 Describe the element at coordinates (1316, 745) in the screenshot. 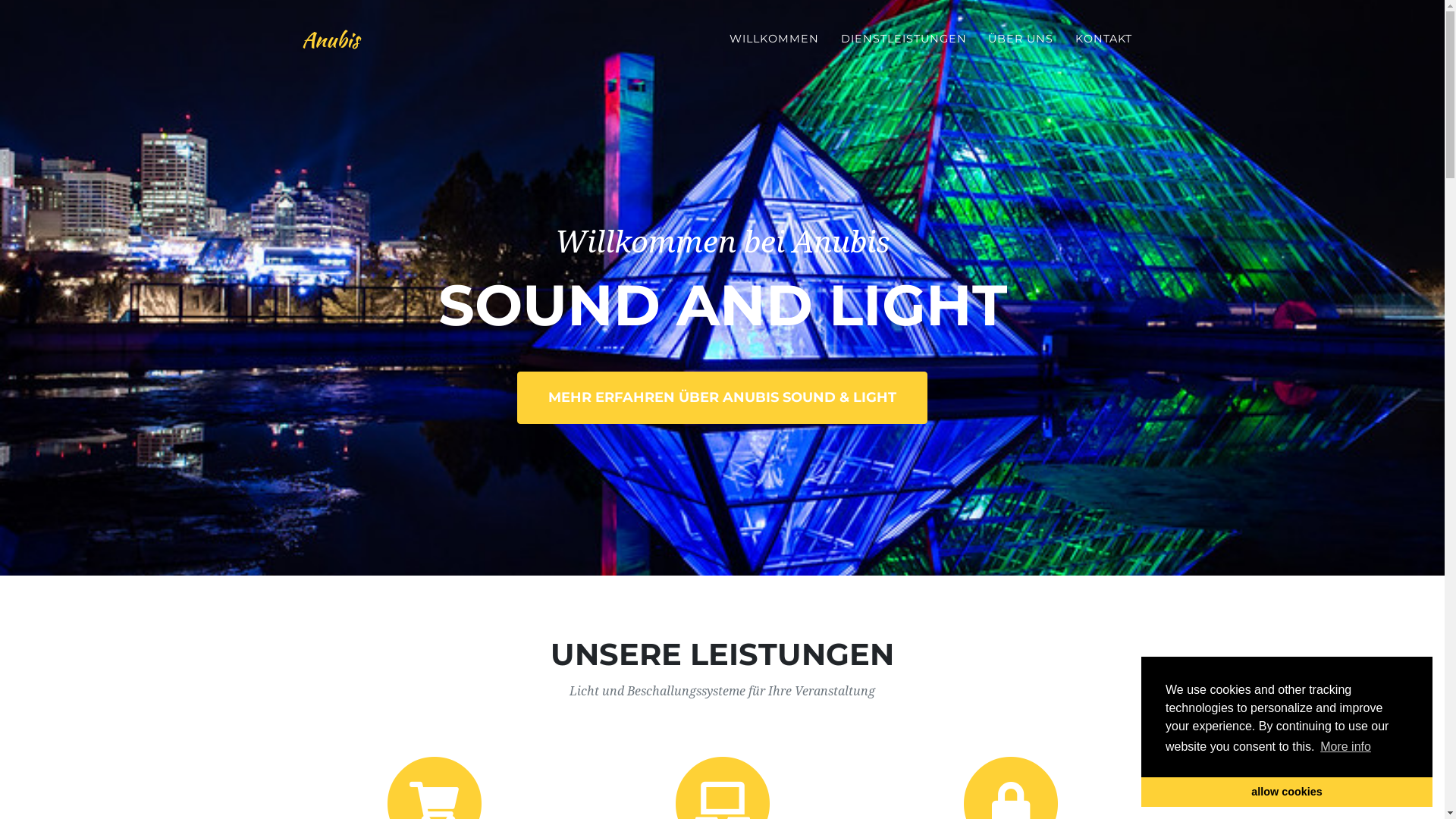

I see `'More info'` at that location.